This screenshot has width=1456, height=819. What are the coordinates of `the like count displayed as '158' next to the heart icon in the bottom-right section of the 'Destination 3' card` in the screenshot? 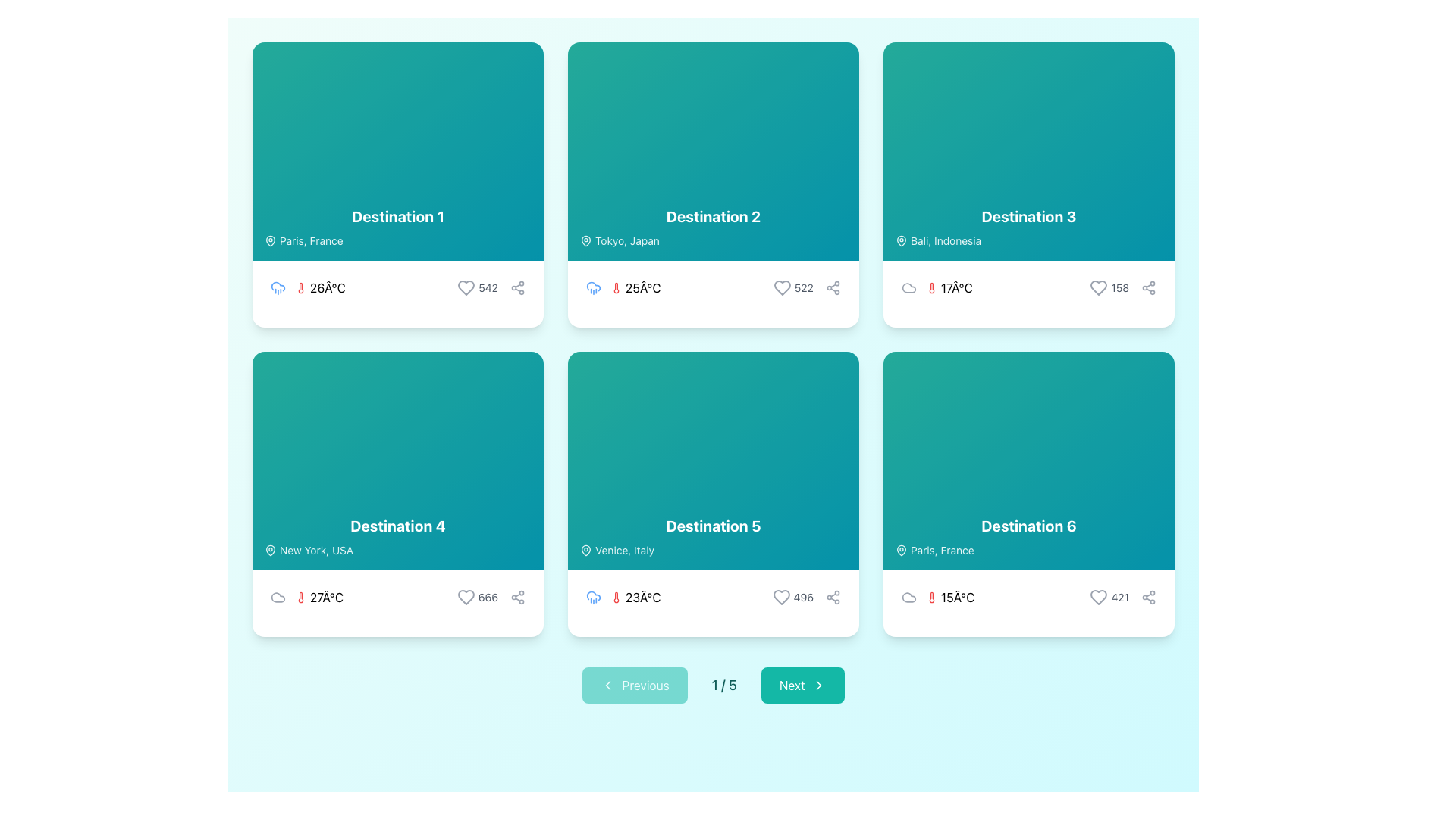 It's located at (1123, 288).